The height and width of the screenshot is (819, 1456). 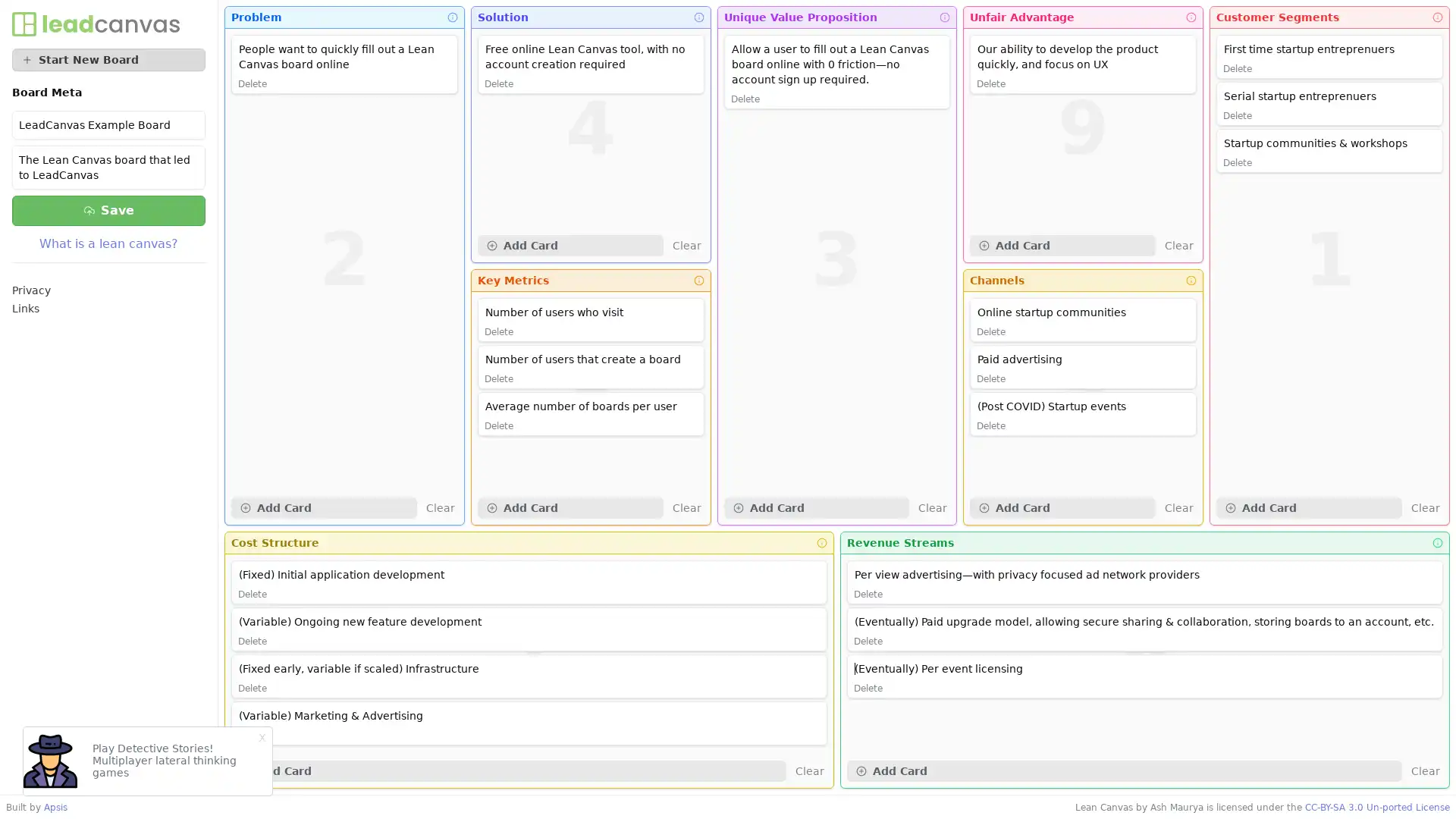 What do you see at coordinates (323, 508) in the screenshot?
I see `Add Card` at bounding box center [323, 508].